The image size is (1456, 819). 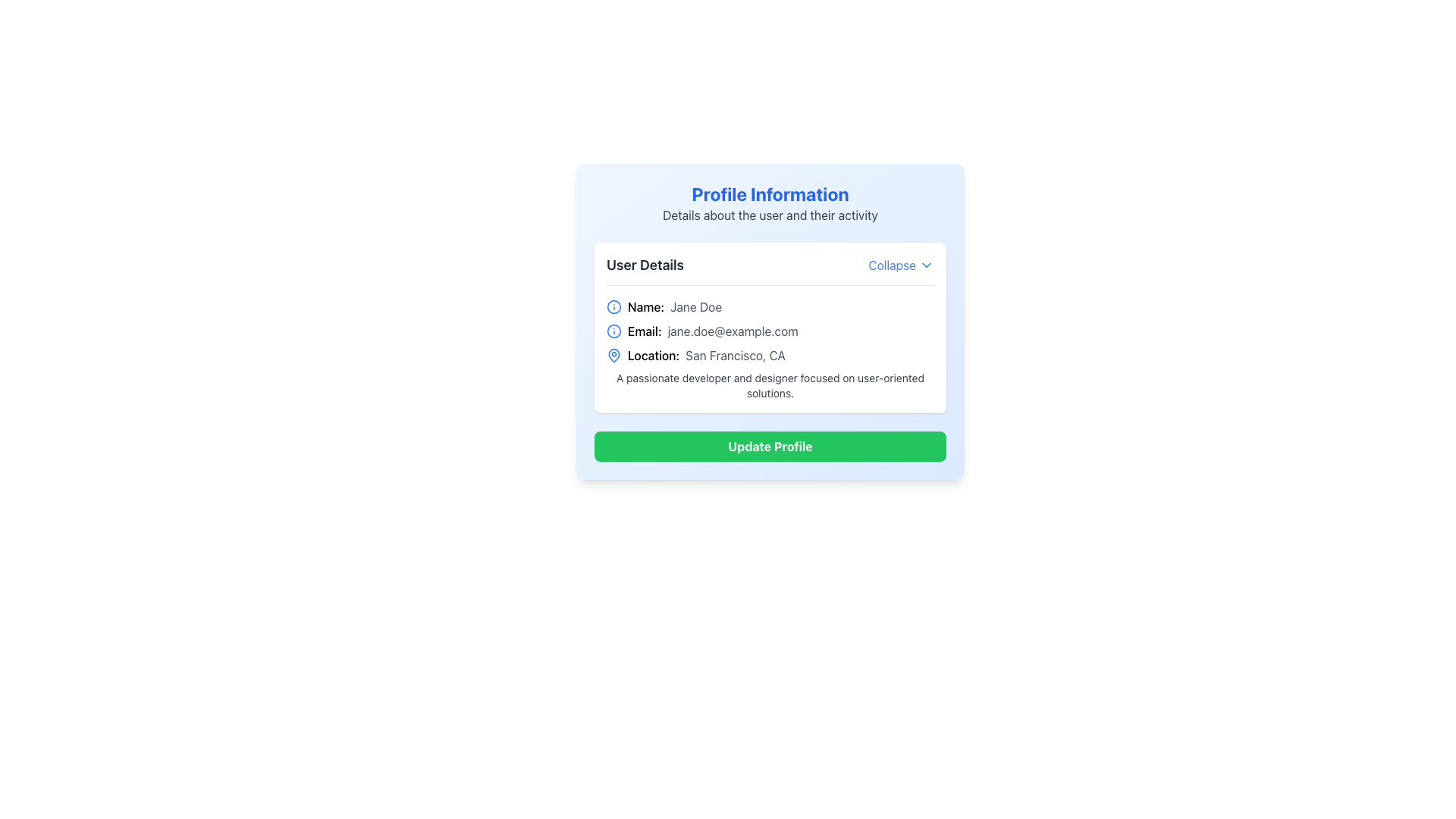 What do you see at coordinates (695, 307) in the screenshot?
I see `static text display showing the user's name 'Jane Doe' located to the right of the 'Name:' label in the 'User Details' section` at bounding box center [695, 307].